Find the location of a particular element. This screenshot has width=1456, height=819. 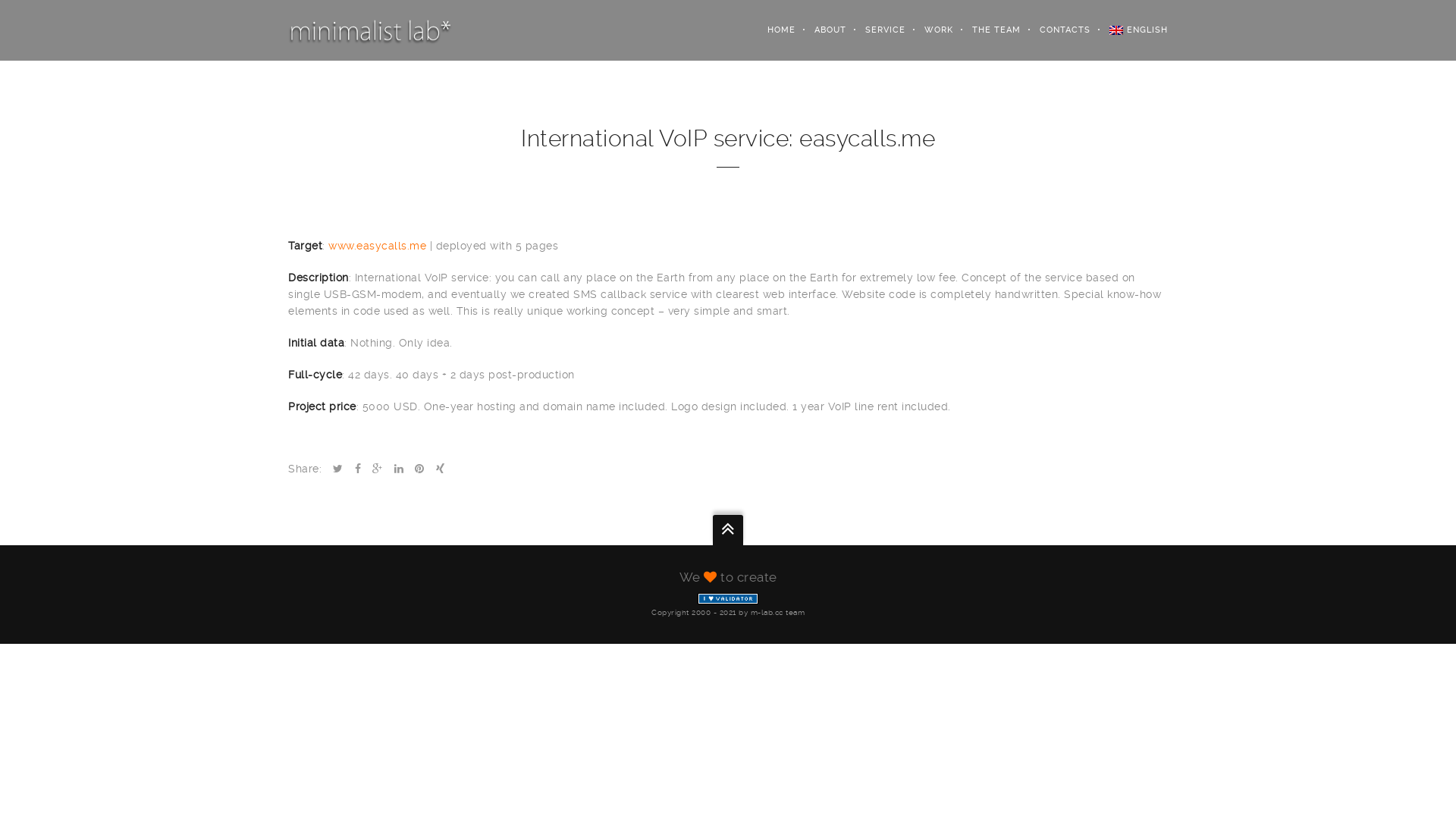

'WORK' is located at coordinates (928, 30).